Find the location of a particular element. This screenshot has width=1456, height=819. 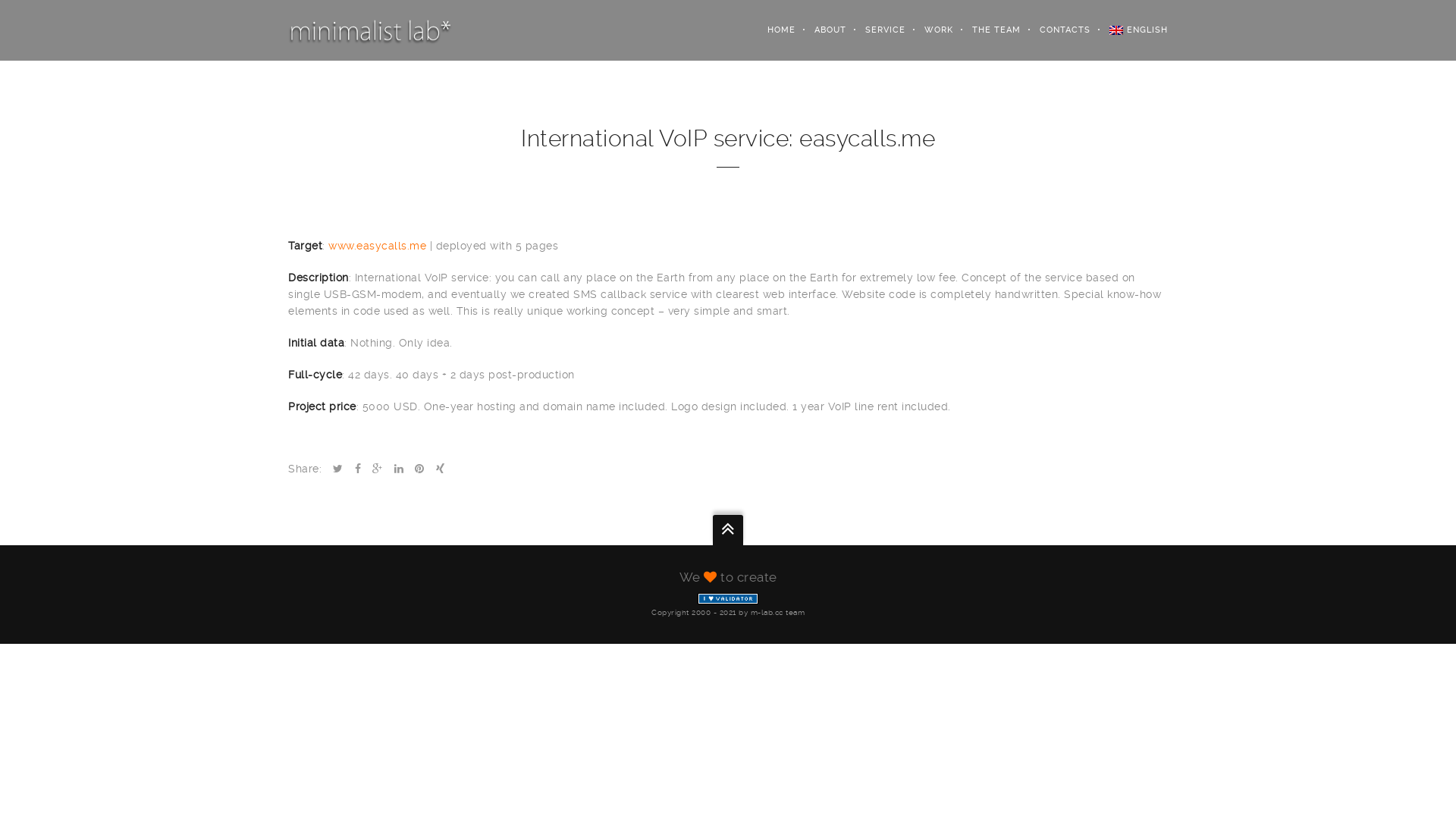

'WORK' is located at coordinates (928, 30).